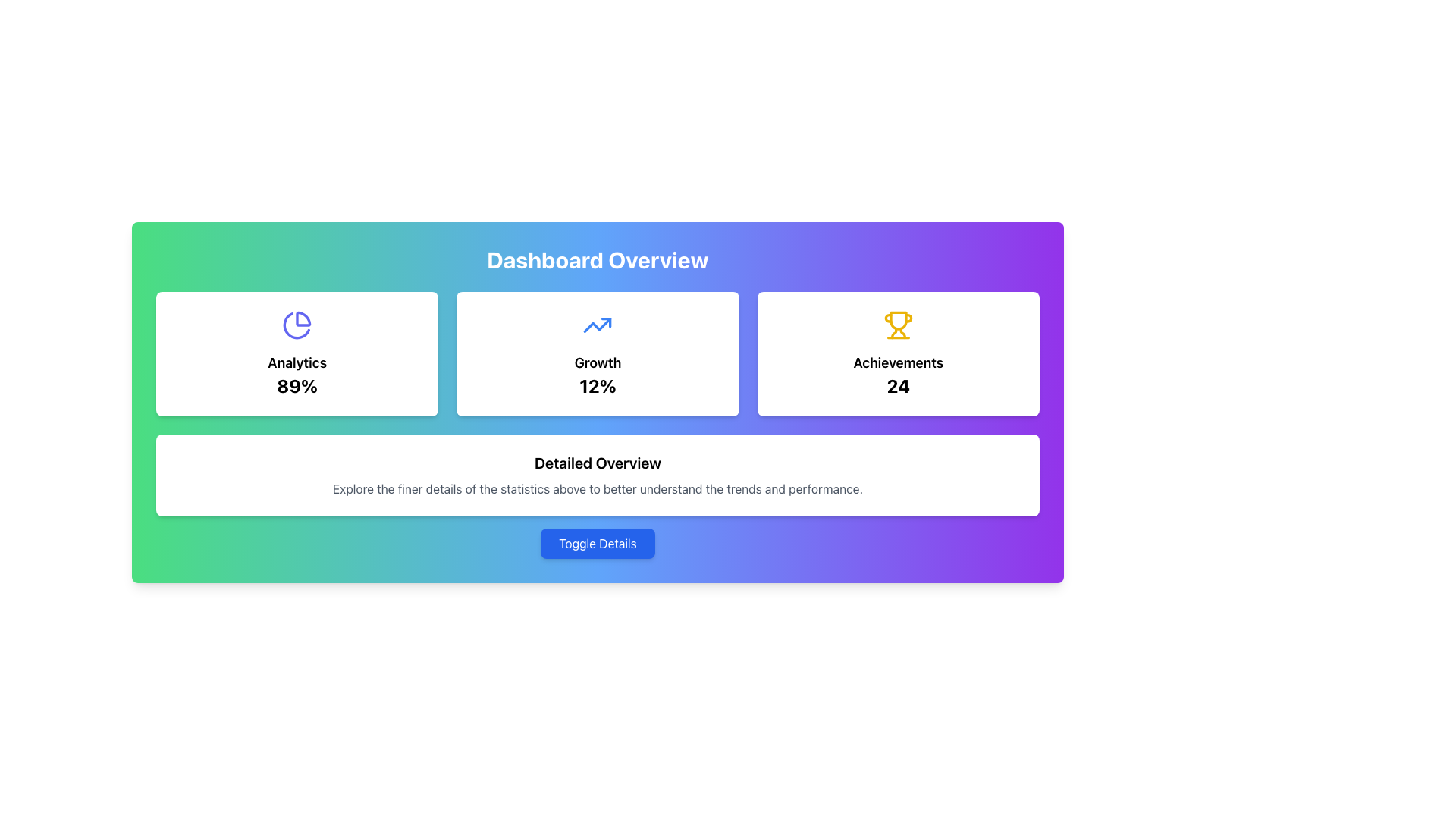 Image resolution: width=1456 pixels, height=819 pixels. Describe the element at coordinates (597, 259) in the screenshot. I see `the text header 'Dashboard Overview' which is styled in bold, large white font against a gradient background` at that location.